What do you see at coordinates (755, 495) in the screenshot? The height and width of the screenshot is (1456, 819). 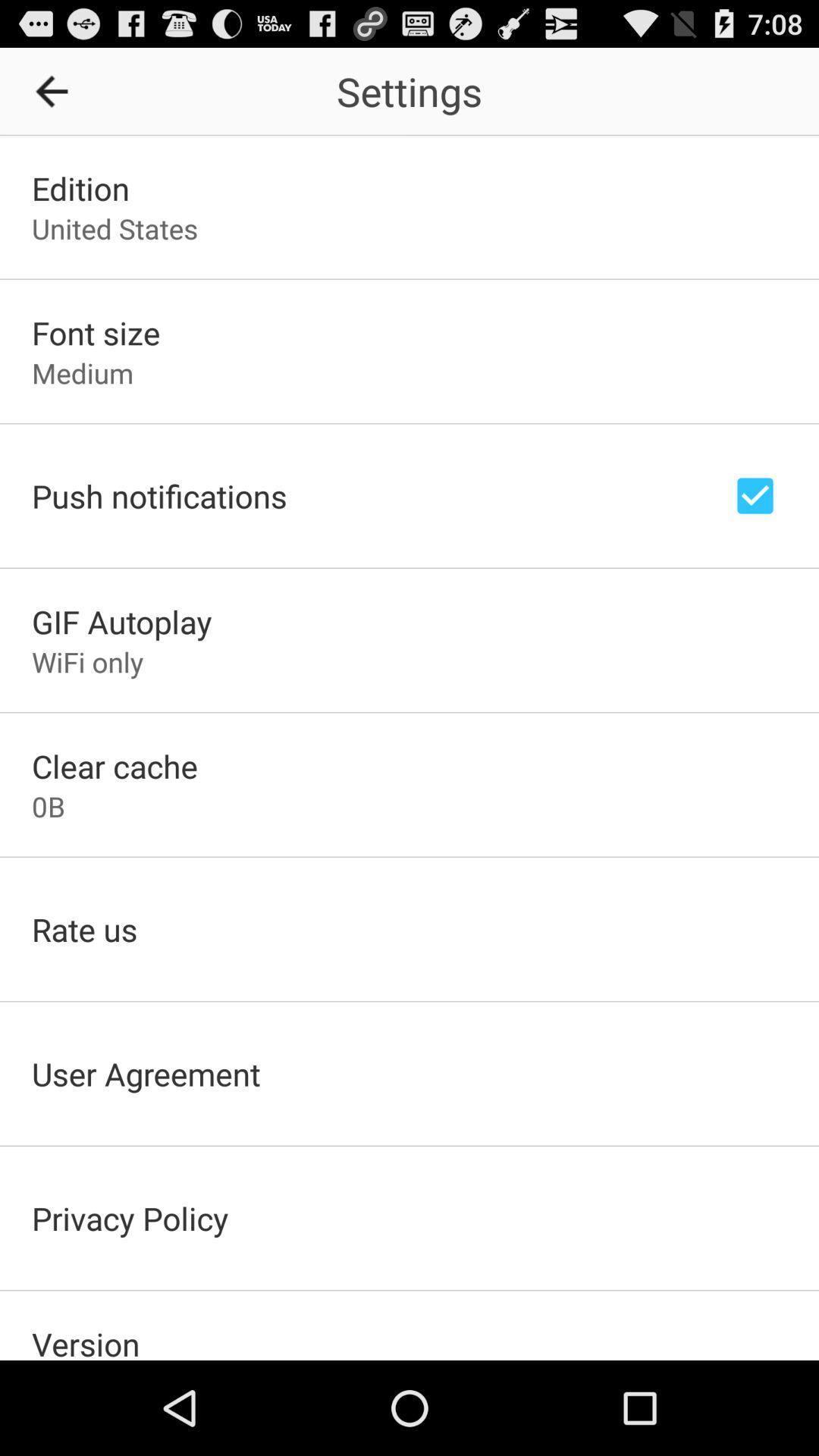 I see `tick box` at bounding box center [755, 495].